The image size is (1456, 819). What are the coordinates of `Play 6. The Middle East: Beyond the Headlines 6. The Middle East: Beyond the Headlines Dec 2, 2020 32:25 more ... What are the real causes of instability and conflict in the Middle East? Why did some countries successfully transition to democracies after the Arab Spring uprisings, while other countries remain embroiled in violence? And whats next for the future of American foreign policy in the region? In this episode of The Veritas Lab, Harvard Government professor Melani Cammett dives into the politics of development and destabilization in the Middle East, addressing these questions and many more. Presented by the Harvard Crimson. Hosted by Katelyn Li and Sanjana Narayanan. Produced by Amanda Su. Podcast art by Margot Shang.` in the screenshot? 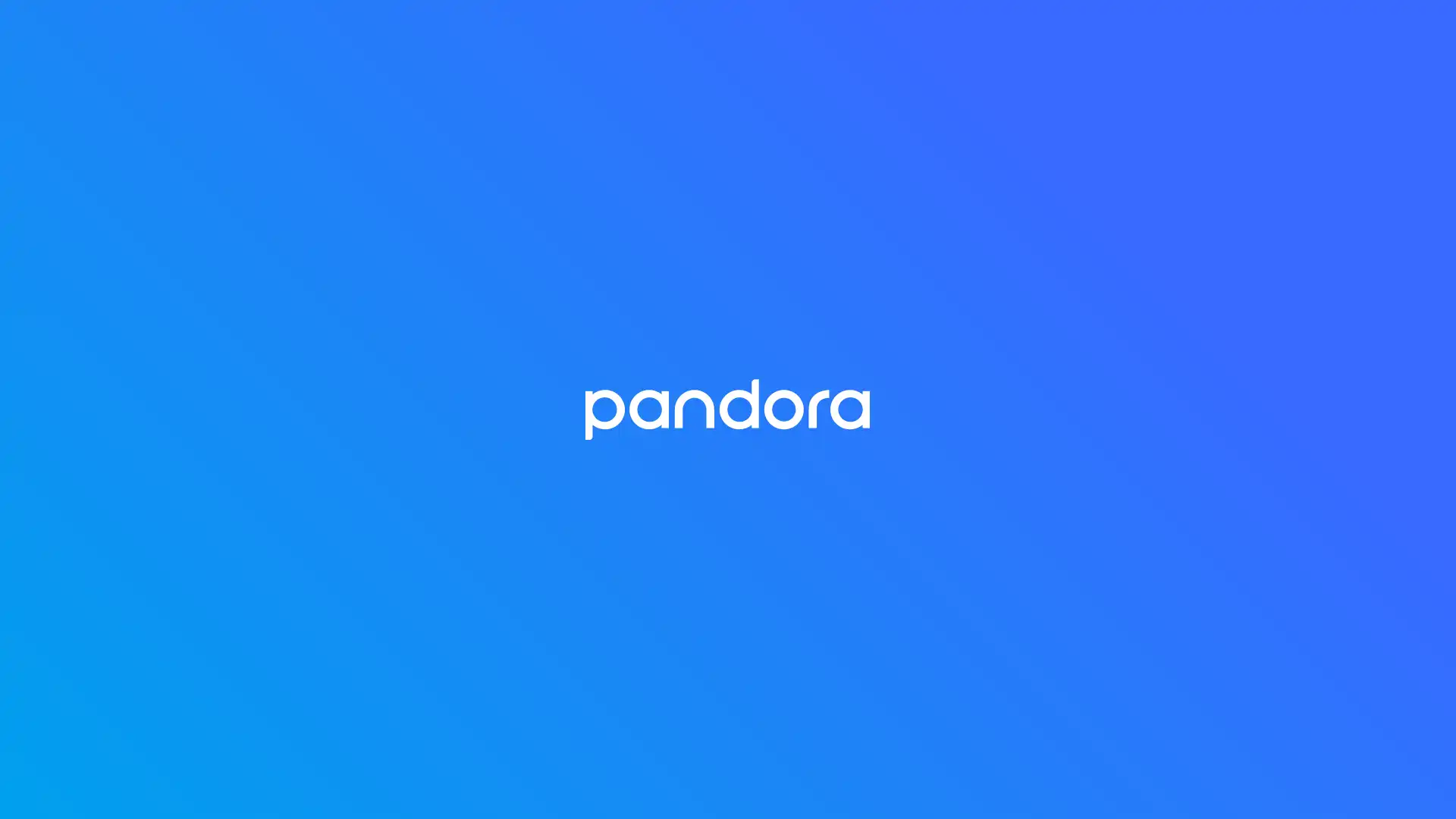 It's located at (974, 523).